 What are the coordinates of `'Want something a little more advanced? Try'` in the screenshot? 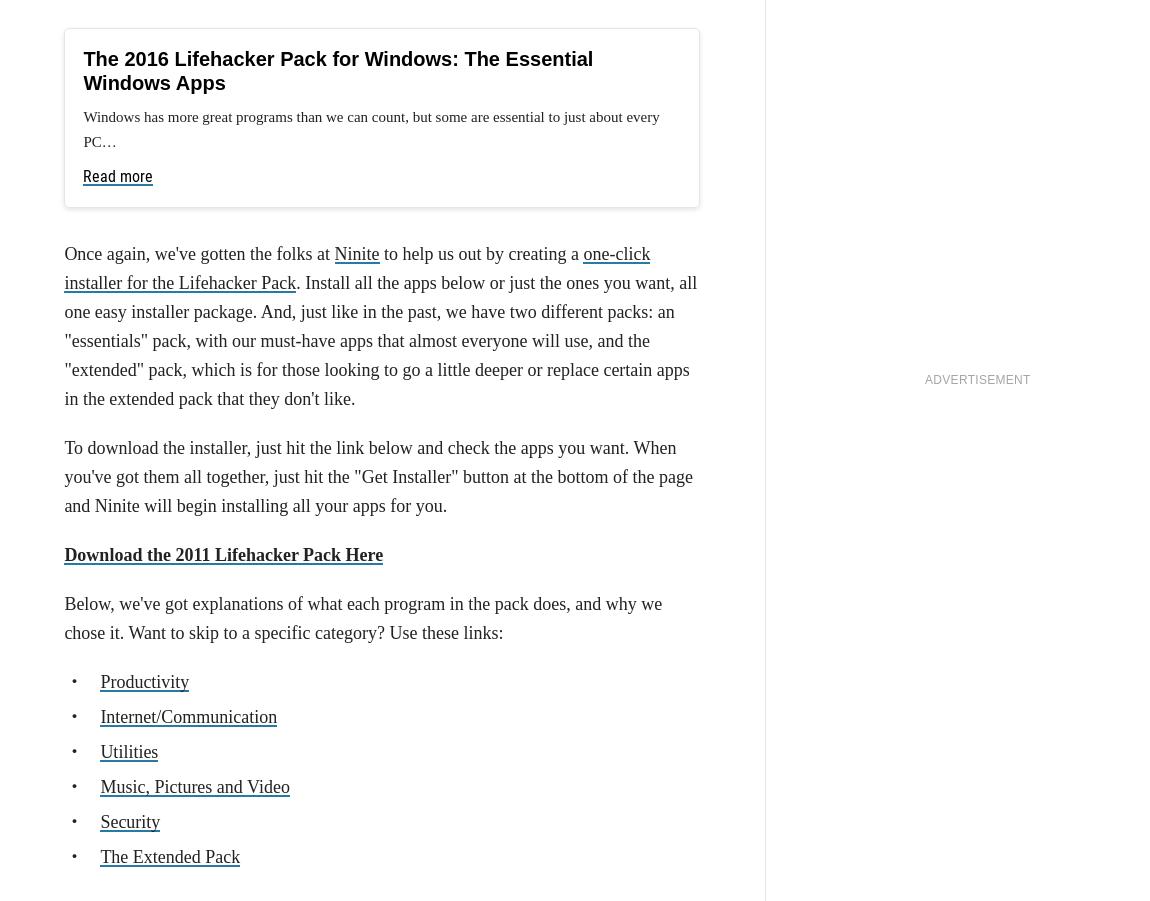 It's located at (224, 66).